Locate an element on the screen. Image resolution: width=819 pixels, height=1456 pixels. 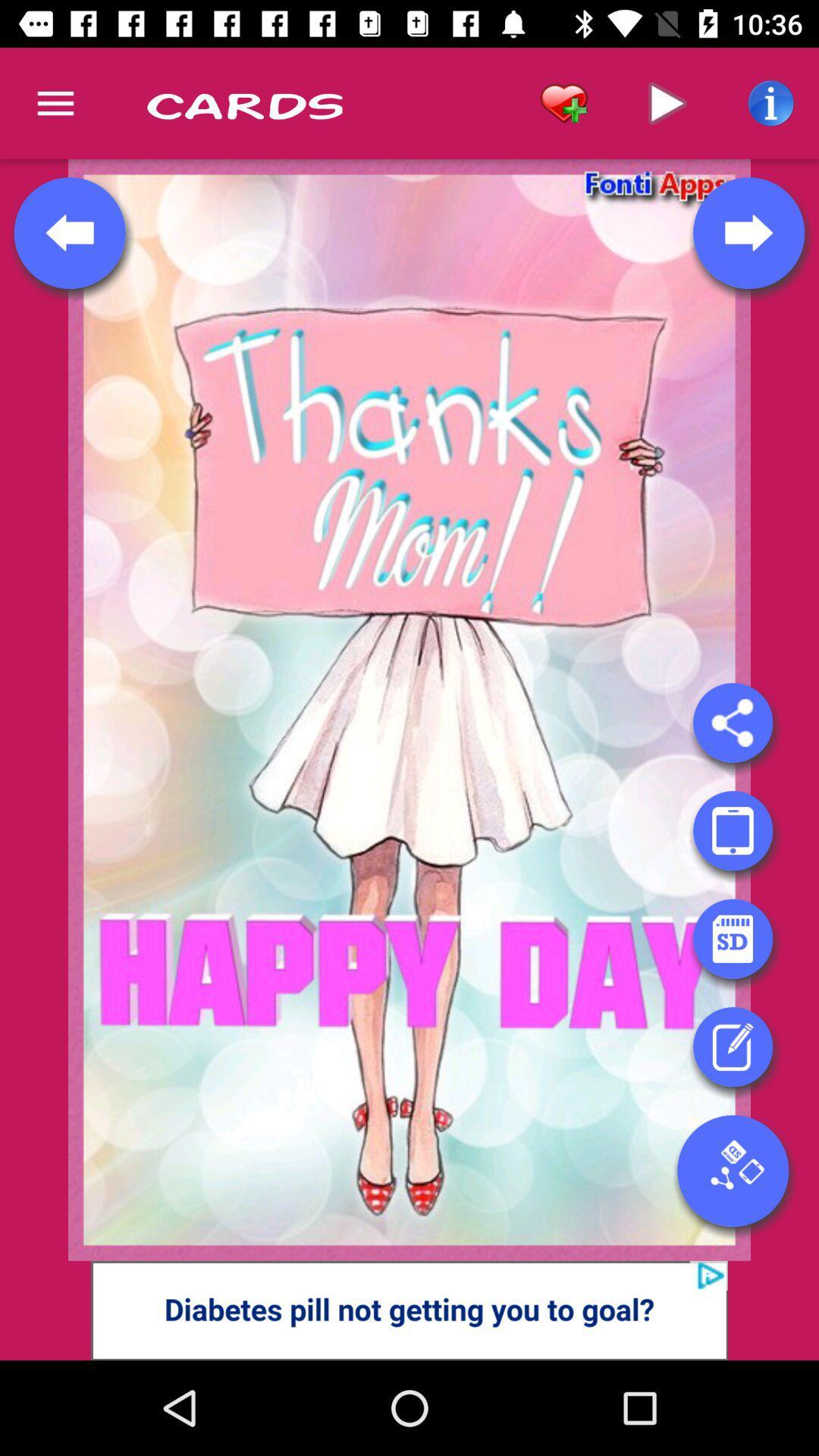
emoji is located at coordinates (732, 938).